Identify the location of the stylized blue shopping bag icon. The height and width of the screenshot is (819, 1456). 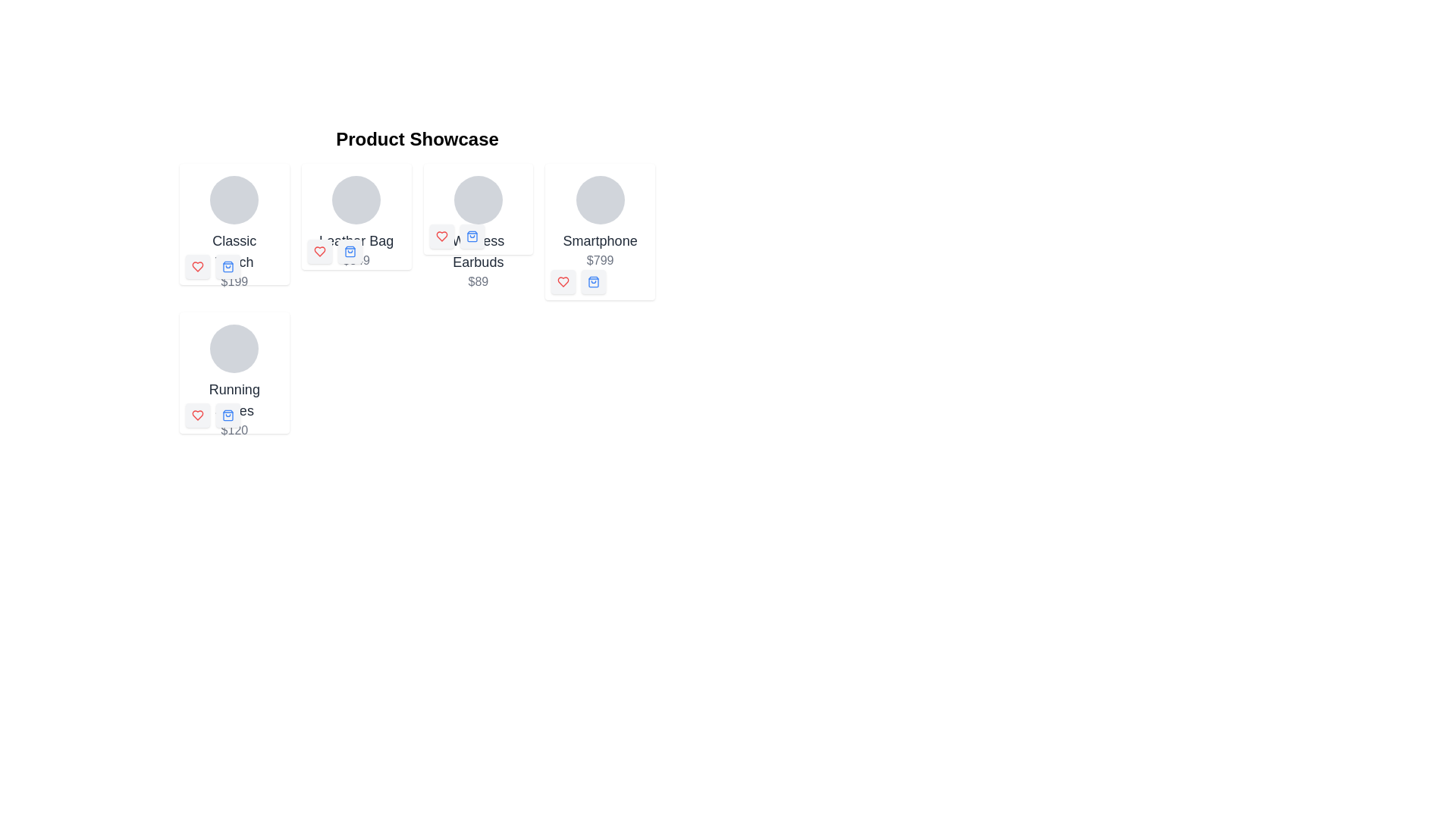
(227, 265).